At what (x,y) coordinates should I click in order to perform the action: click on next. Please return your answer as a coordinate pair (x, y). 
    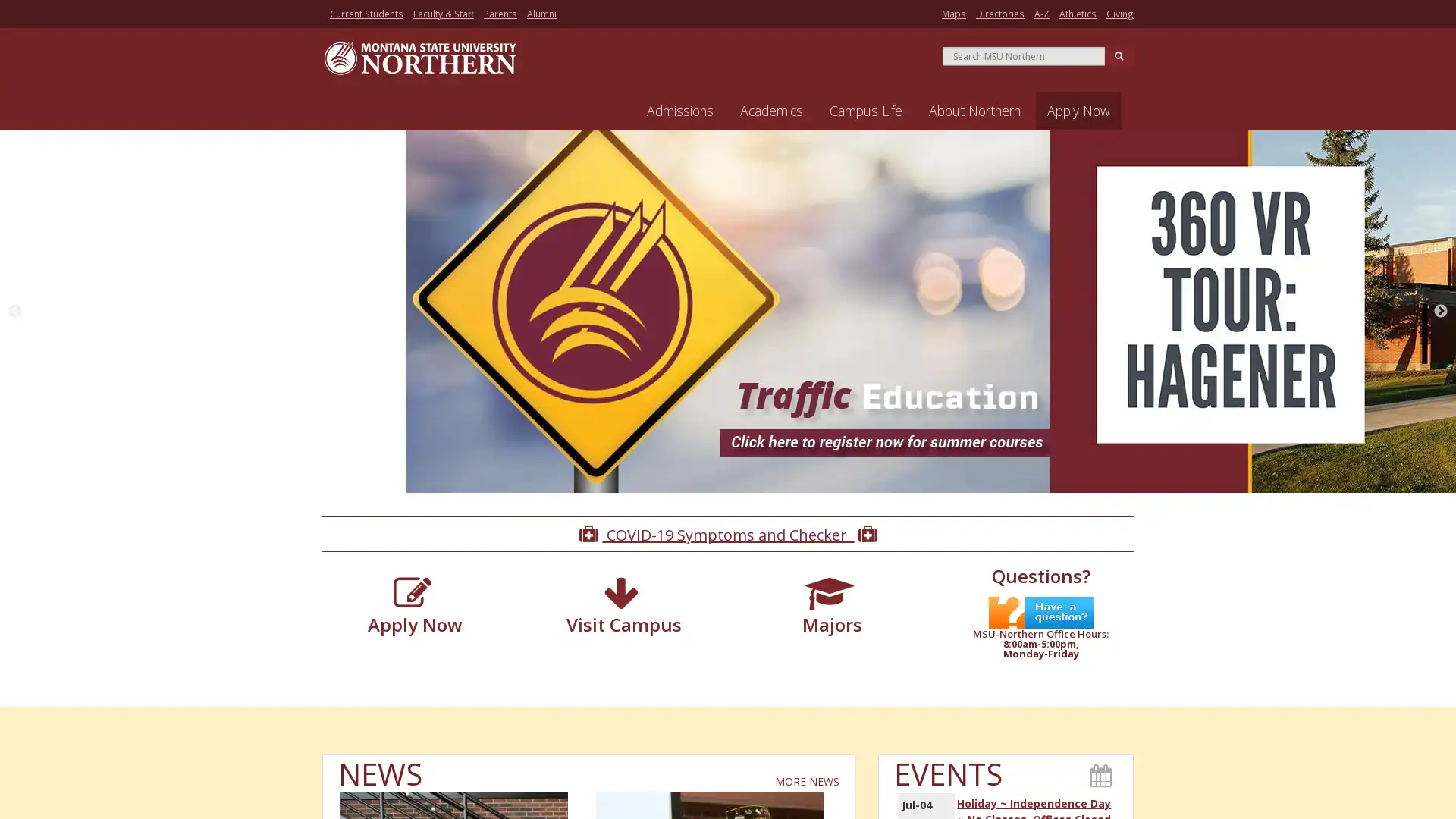
    Looking at the image, I should click on (1440, 312).